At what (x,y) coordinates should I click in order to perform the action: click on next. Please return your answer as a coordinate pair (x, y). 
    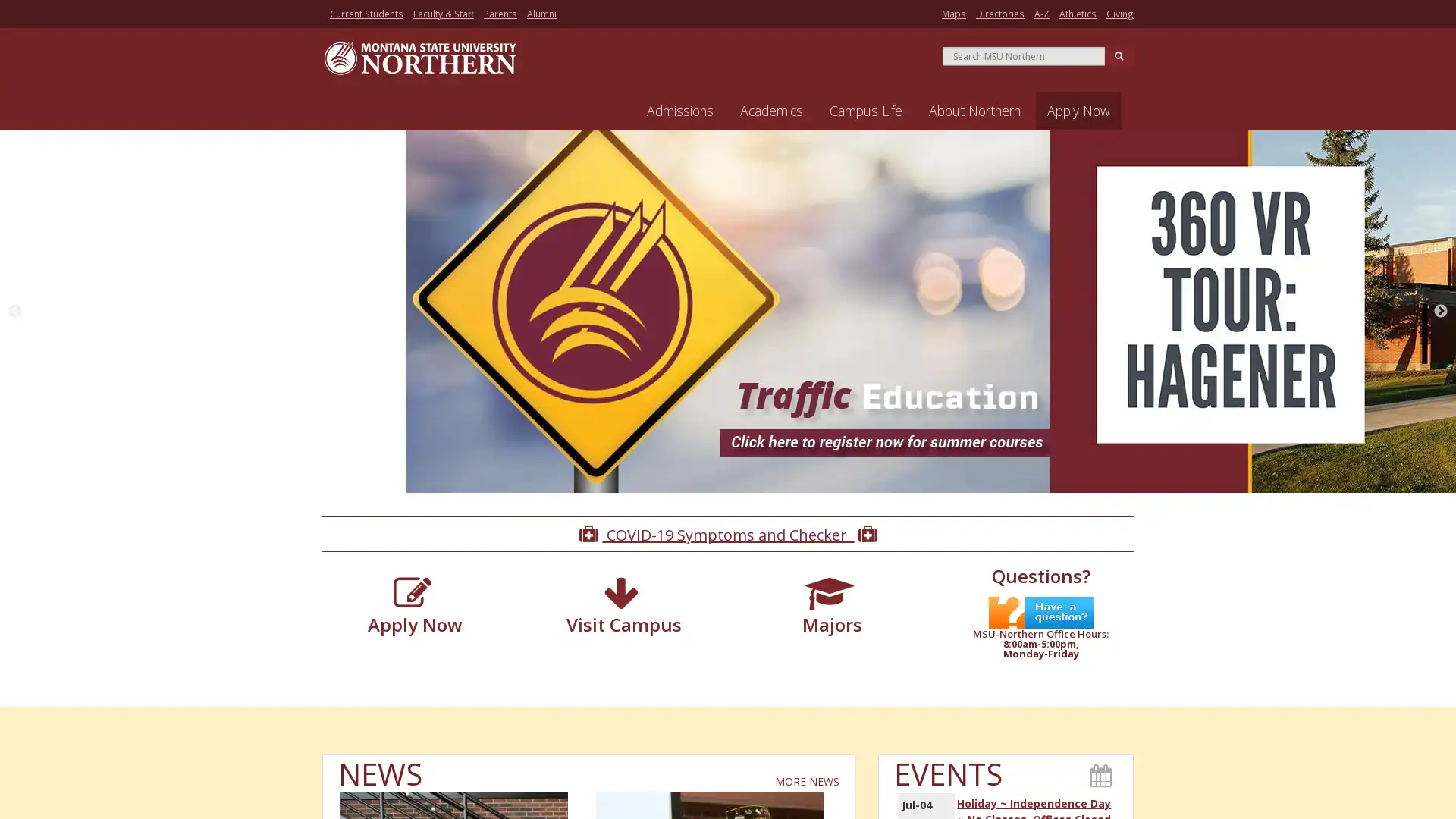
    Looking at the image, I should click on (1440, 312).